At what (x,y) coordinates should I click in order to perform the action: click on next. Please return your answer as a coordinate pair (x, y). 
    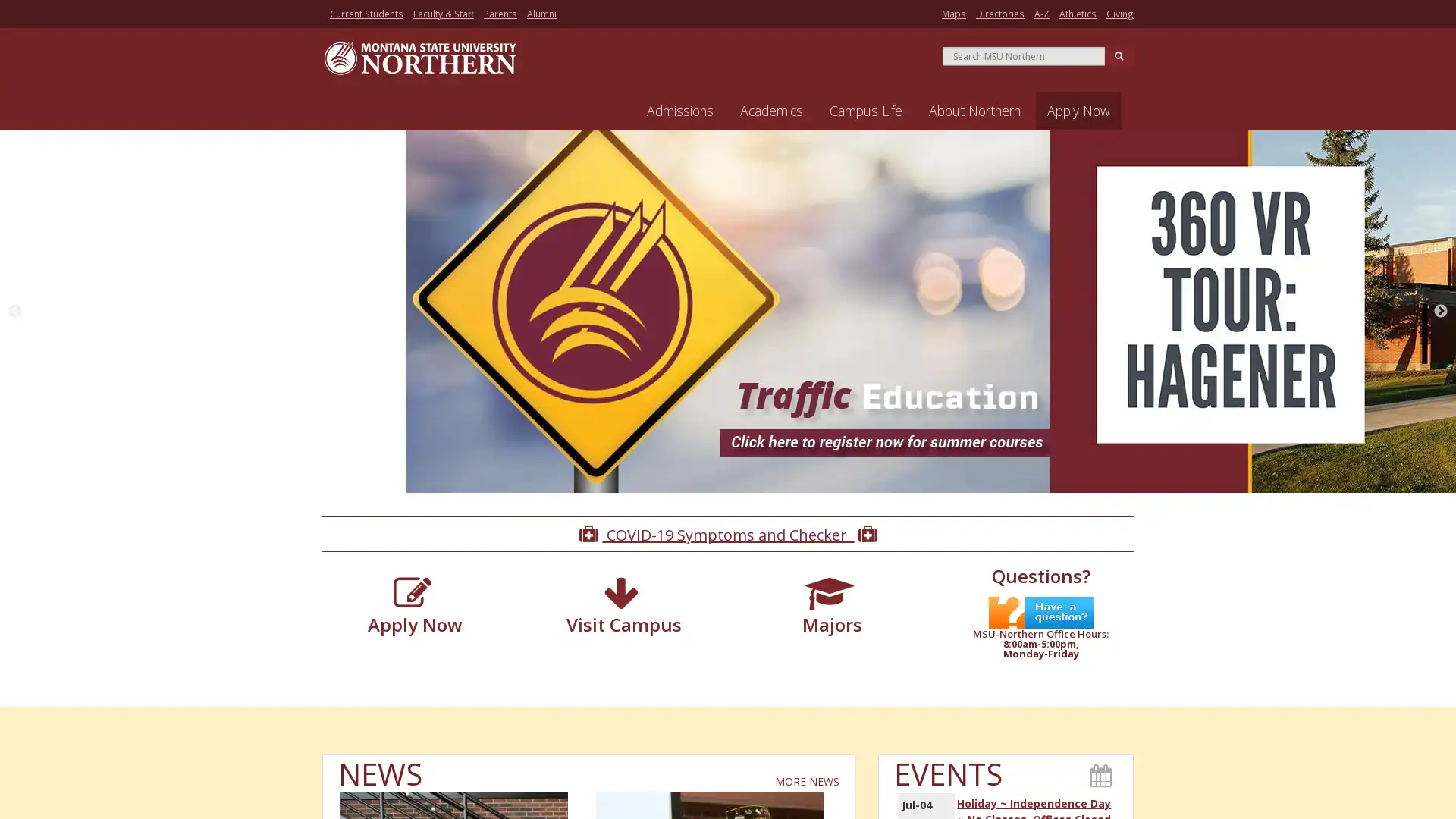
    Looking at the image, I should click on (1440, 312).